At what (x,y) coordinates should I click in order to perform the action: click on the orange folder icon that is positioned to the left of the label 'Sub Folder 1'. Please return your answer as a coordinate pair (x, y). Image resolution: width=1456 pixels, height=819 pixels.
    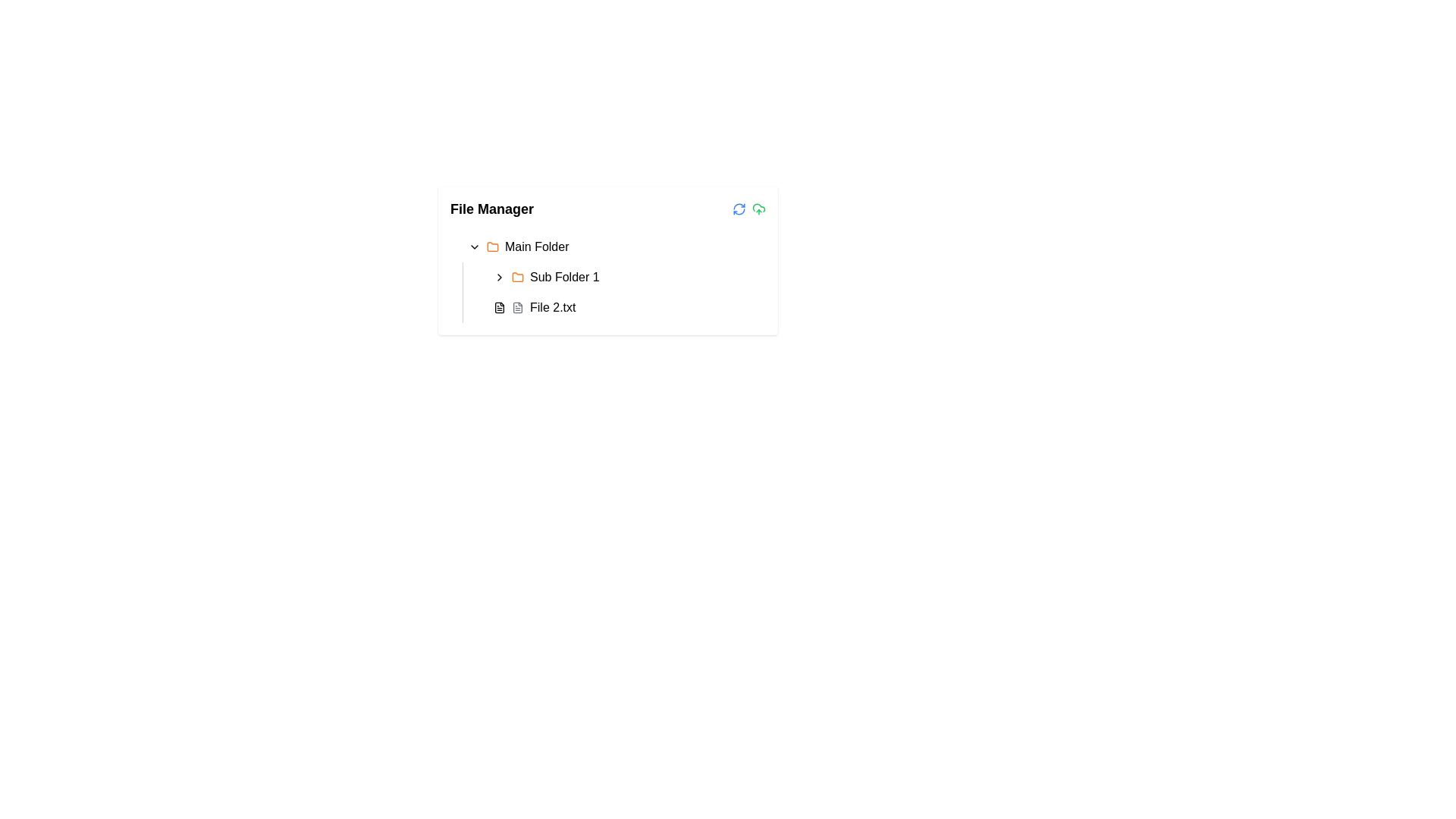
    Looking at the image, I should click on (517, 278).